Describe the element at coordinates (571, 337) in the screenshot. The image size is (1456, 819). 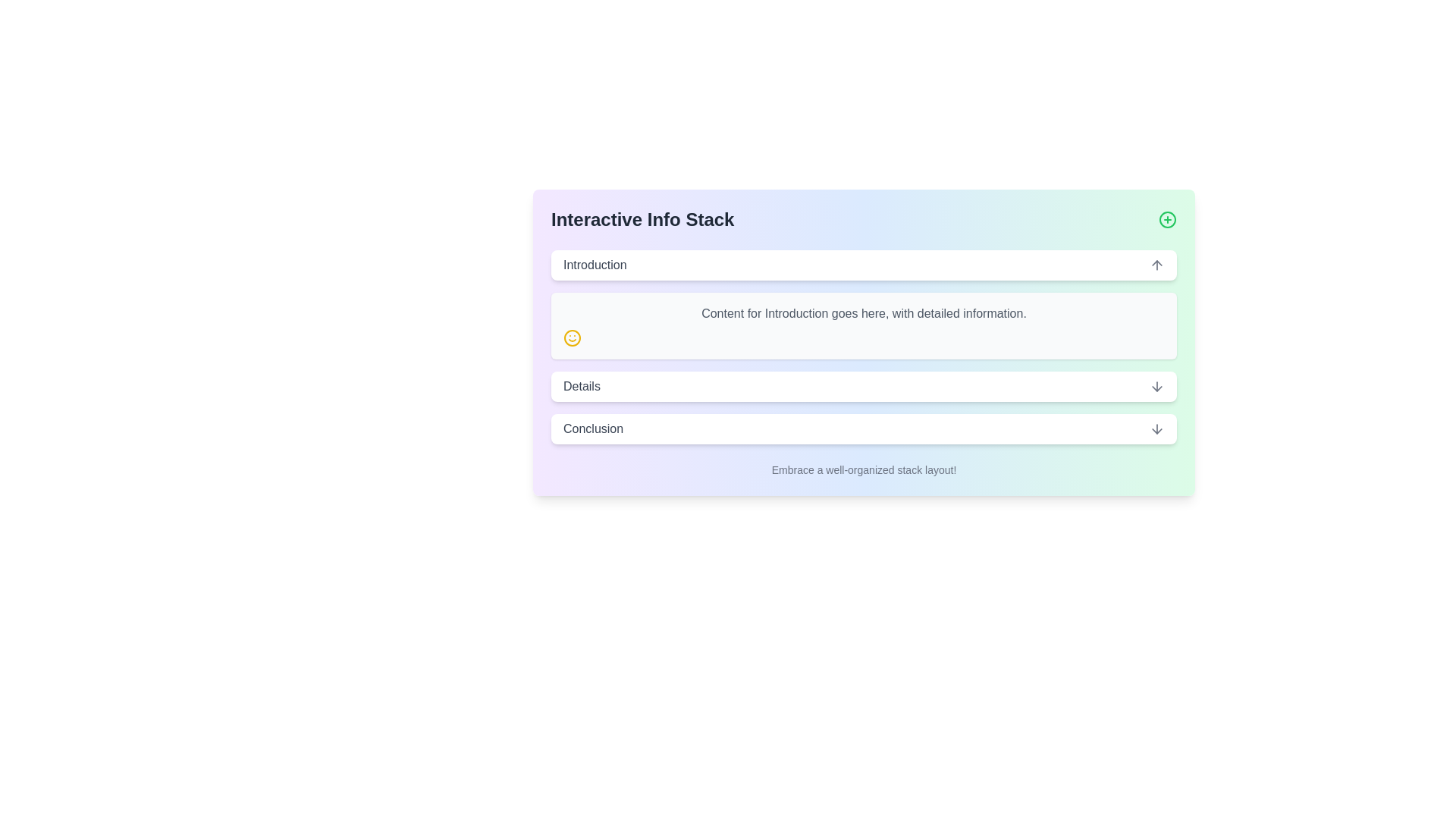
I see `the decorative icon resembling a smiling face, which is a circular shape with a yellow border and white fill, located in the 'Introduction' block` at that location.